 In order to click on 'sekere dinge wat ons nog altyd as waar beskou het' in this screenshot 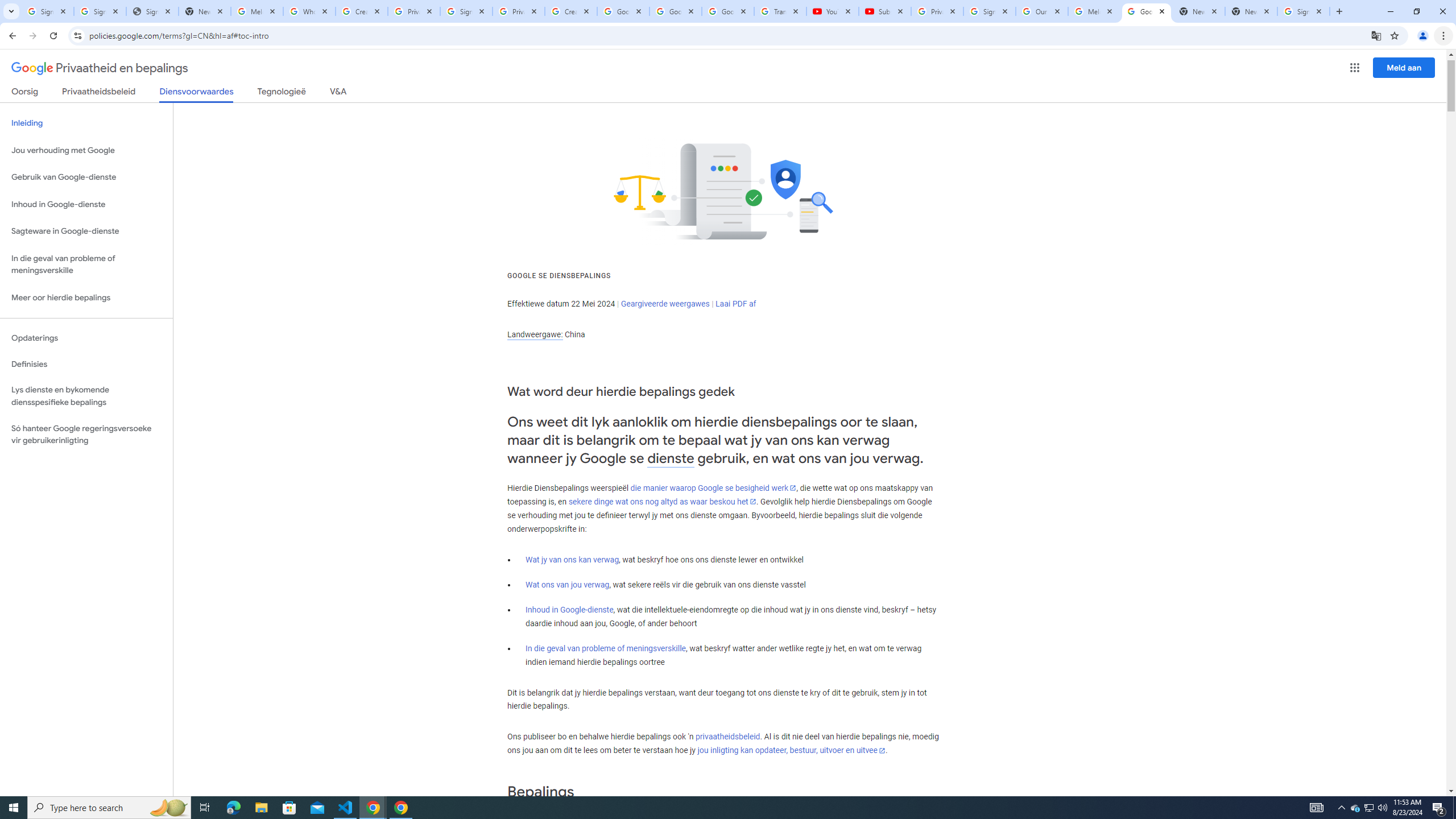, I will do `click(661, 501)`.